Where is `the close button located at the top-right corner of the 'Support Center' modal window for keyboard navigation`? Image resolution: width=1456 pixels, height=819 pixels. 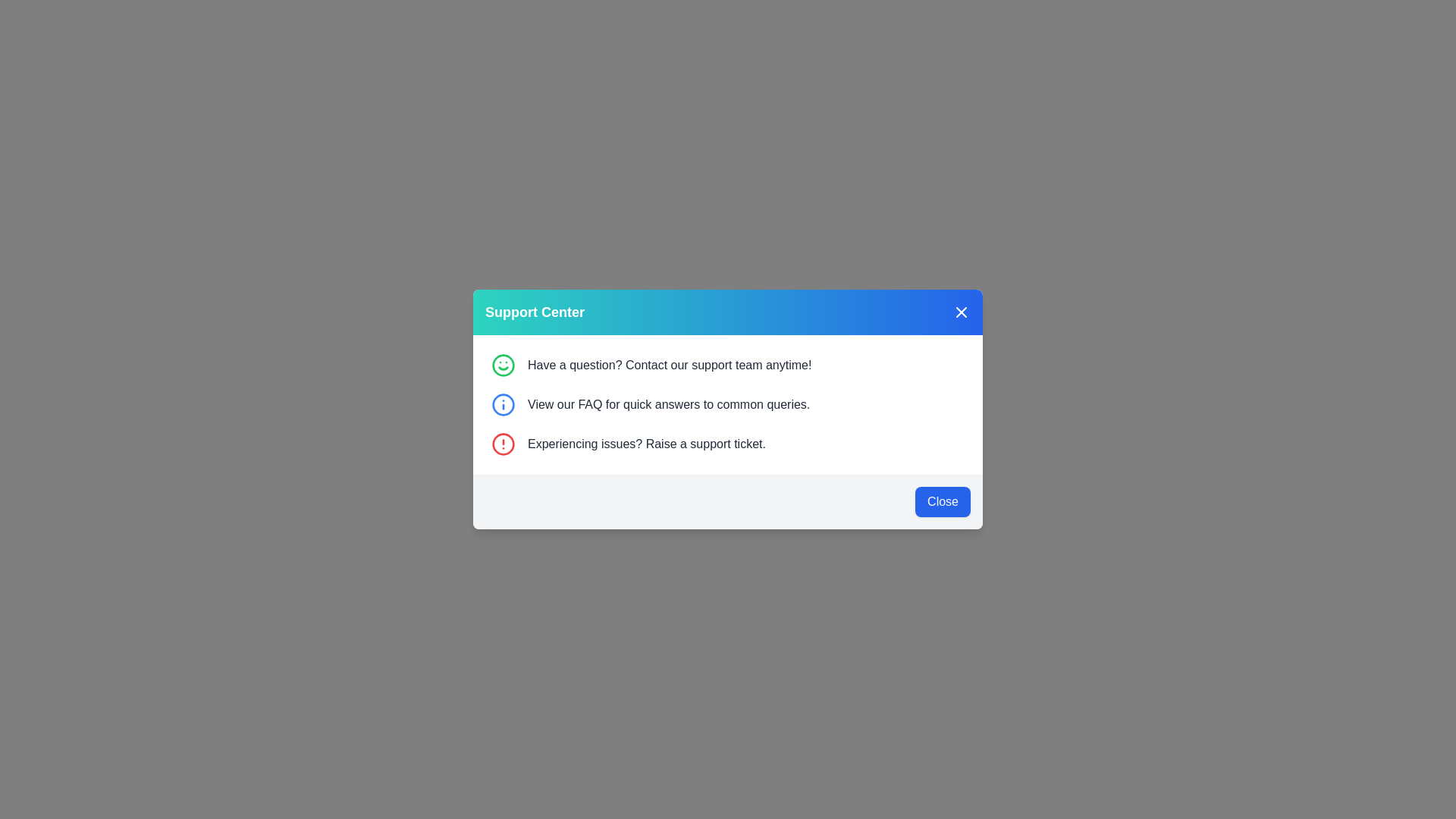
the close button located at the top-right corner of the 'Support Center' modal window for keyboard navigation is located at coordinates (960, 312).